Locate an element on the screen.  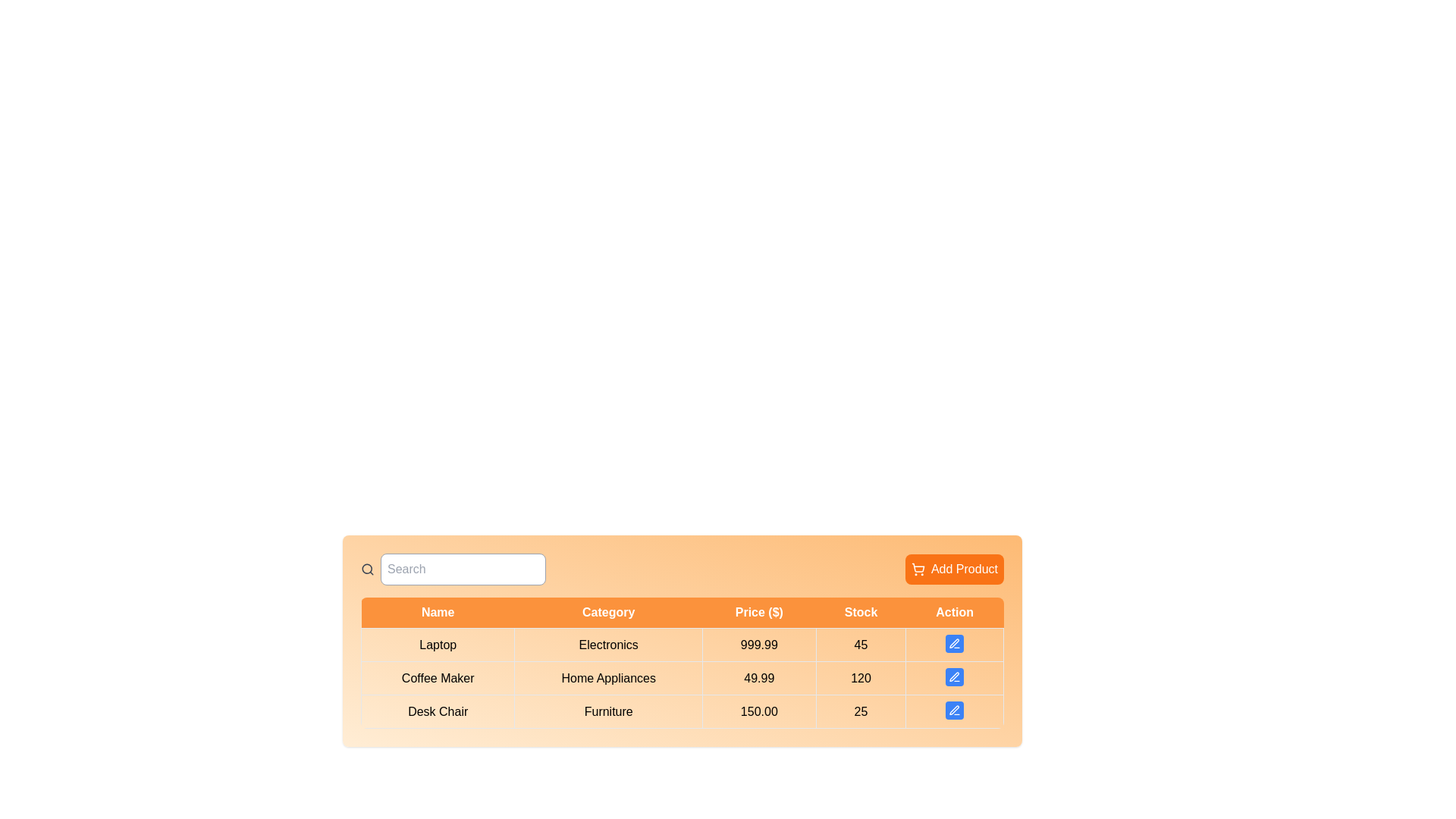
the text element displaying the price '999.99' for the product 'Laptop' in the 'Price ($)' category, which is centered on a light orange background is located at coordinates (759, 645).